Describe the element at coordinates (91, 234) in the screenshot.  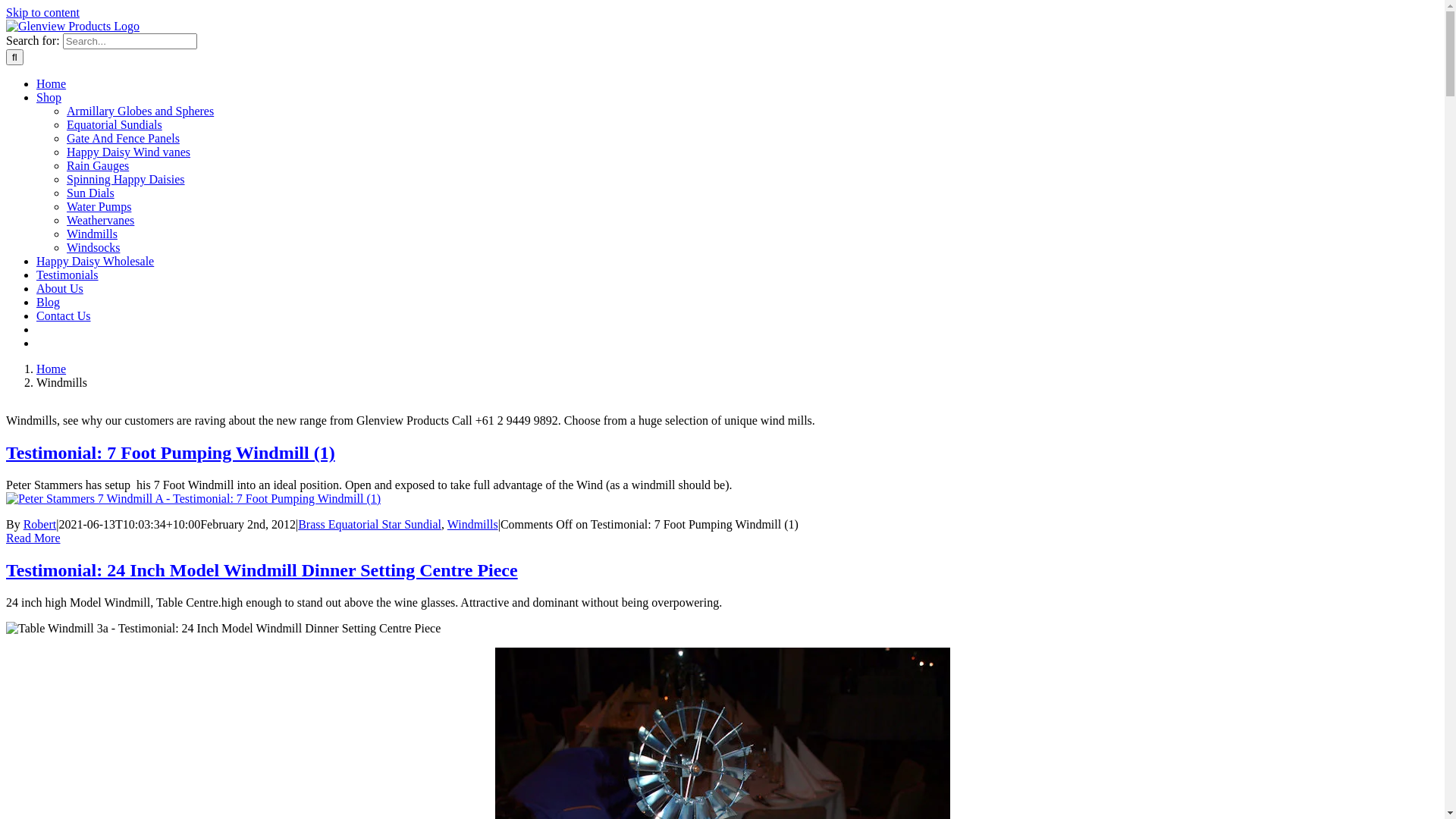
I see `'Windmills'` at that location.